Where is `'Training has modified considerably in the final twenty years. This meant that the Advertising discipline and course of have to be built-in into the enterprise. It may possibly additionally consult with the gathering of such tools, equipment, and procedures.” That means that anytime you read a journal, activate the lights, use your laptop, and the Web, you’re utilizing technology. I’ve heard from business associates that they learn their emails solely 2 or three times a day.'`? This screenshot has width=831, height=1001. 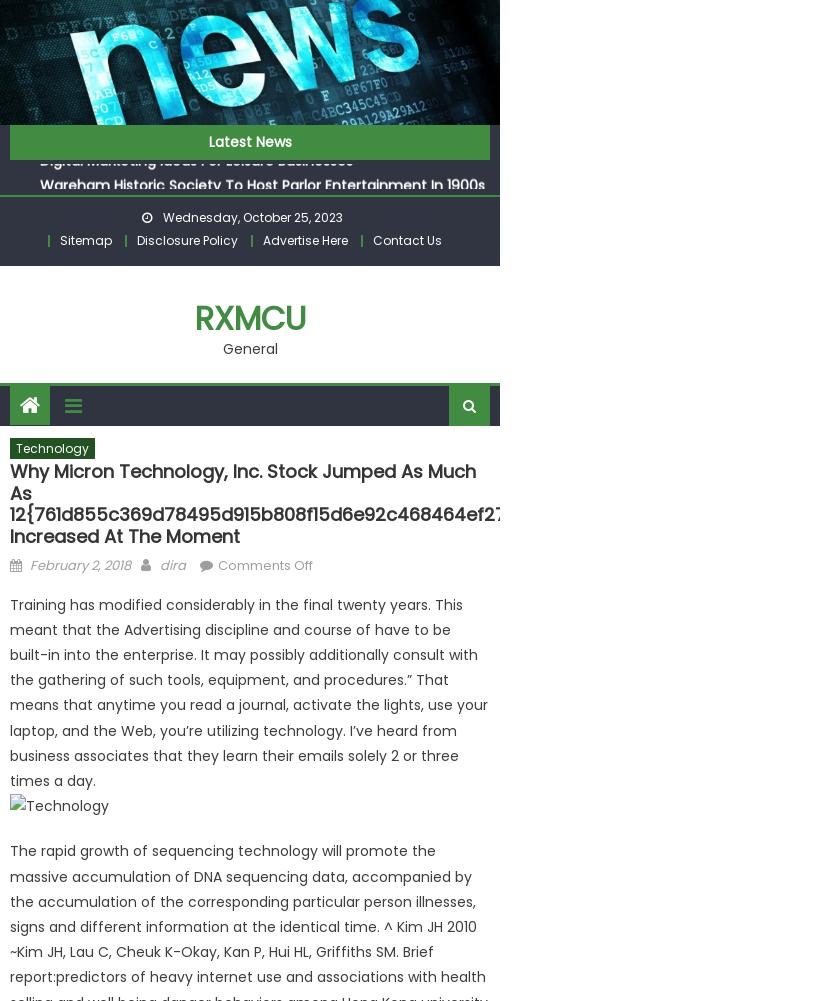
'Training has modified considerably in the final twenty years. This meant that the Advertising discipline and course of have to be built-in into the enterprise. It may possibly additionally consult with the gathering of such tools, equipment, and procedures.” That means that anytime you read a journal, activate the lights, use your laptop, and the Web, you’re utilizing technology. I’ve heard from business associates that they learn their emails solely 2 or three times a day.' is located at coordinates (247, 691).